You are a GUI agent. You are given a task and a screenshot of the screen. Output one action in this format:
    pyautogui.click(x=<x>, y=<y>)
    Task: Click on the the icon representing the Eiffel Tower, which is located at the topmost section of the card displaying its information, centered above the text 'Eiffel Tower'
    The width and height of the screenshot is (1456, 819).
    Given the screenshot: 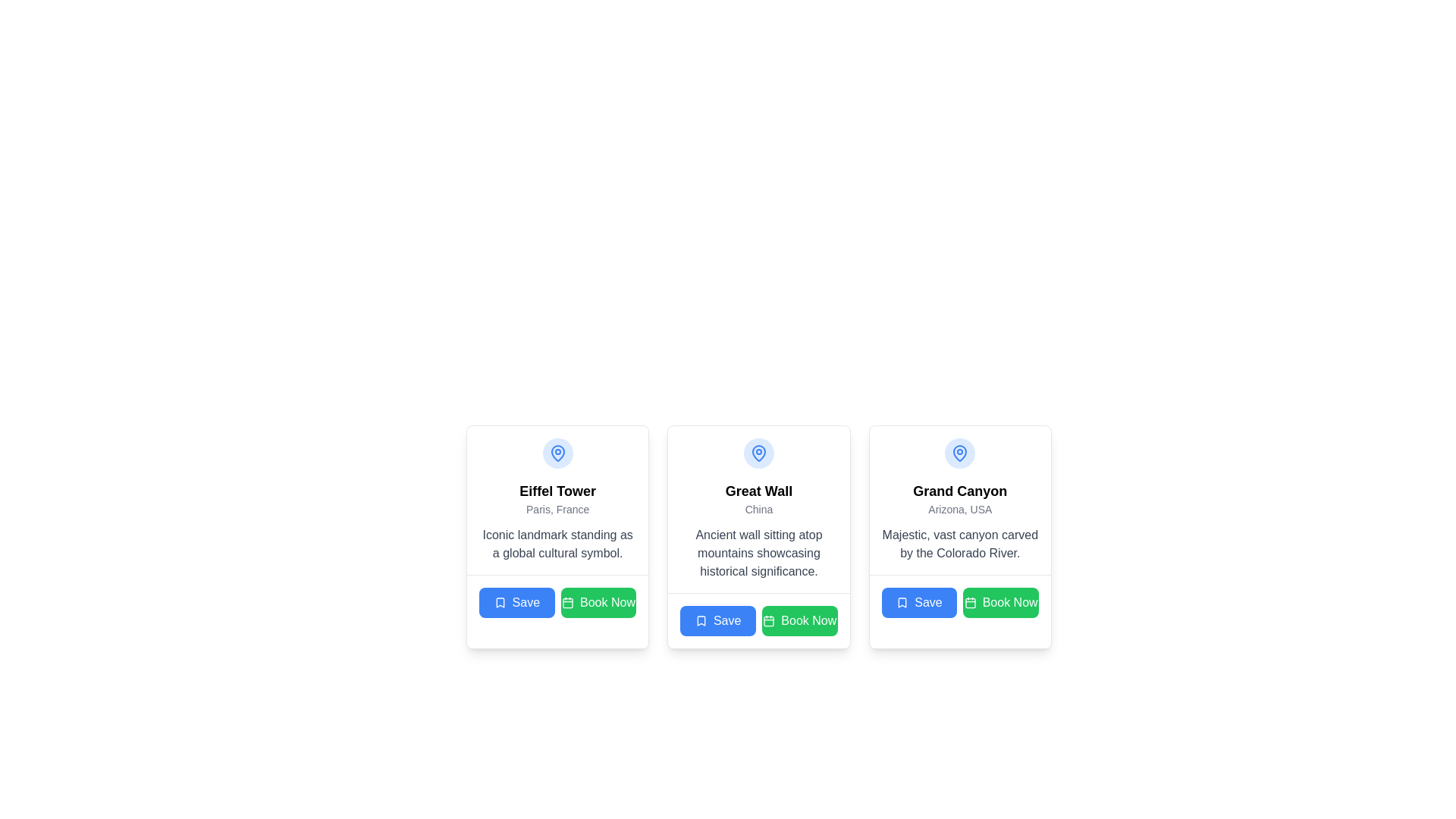 What is the action you would take?
    pyautogui.click(x=557, y=452)
    